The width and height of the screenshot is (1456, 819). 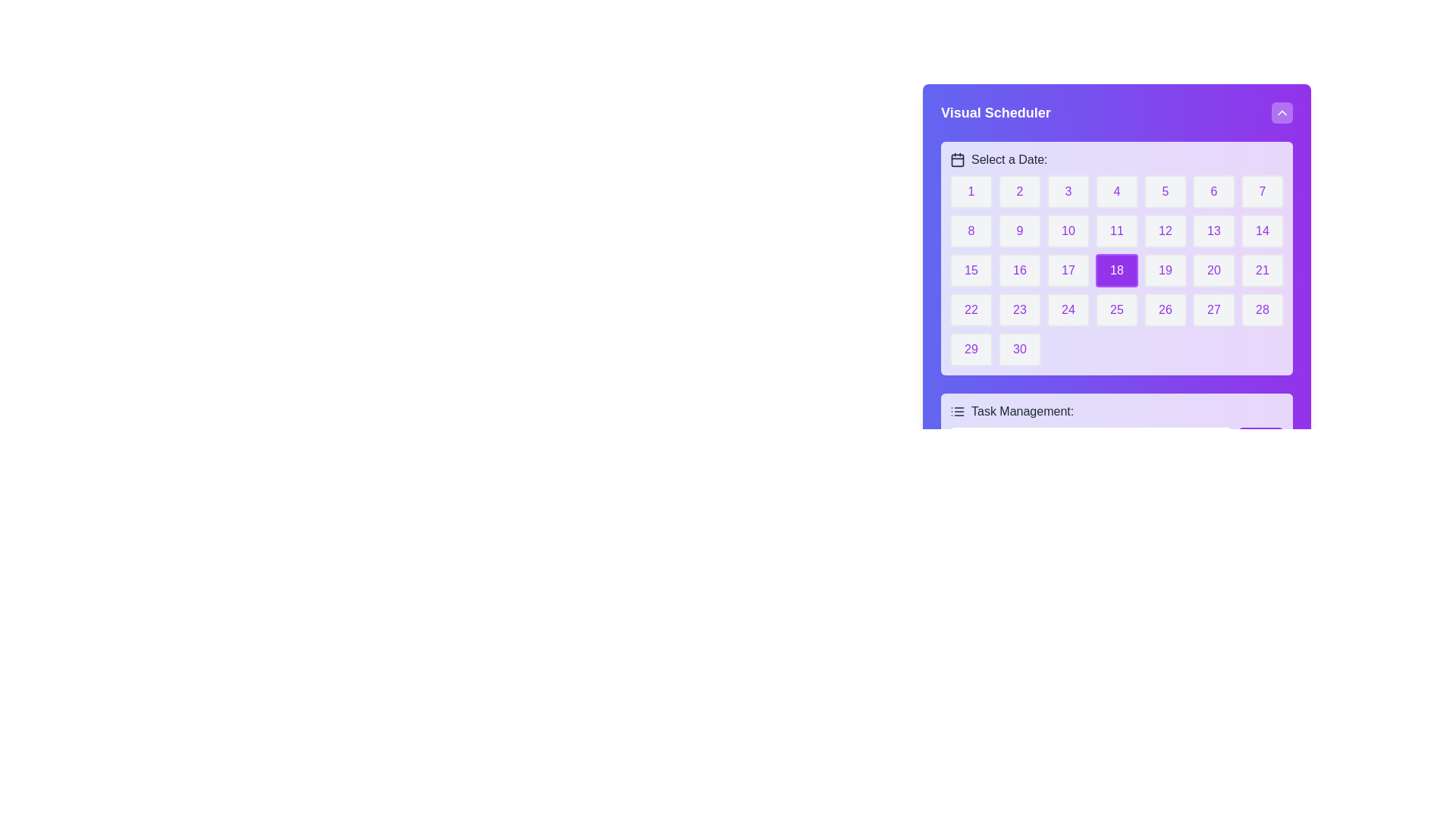 What do you see at coordinates (1214, 309) in the screenshot?
I see `the small rectangular button with a light gray background and purple text '27' in the 'Visual Scheduler' section` at bounding box center [1214, 309].